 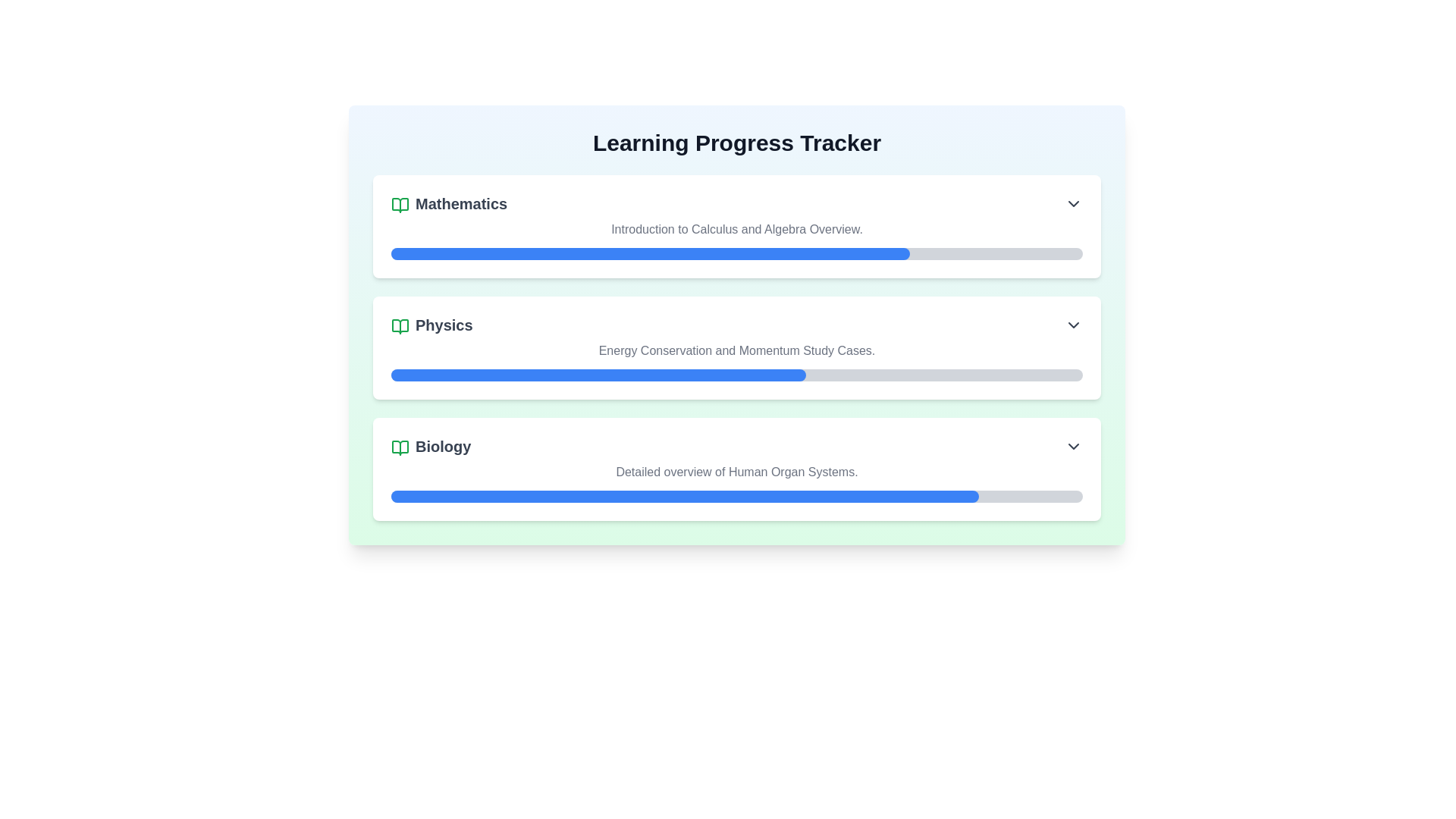 What do you see at coordinates (400, 447) in the screenshot?
I see `the open book icon, which is styled in green and located next to the text 'Biology' in the learning progress tracker` at bounding box center [400, 447].